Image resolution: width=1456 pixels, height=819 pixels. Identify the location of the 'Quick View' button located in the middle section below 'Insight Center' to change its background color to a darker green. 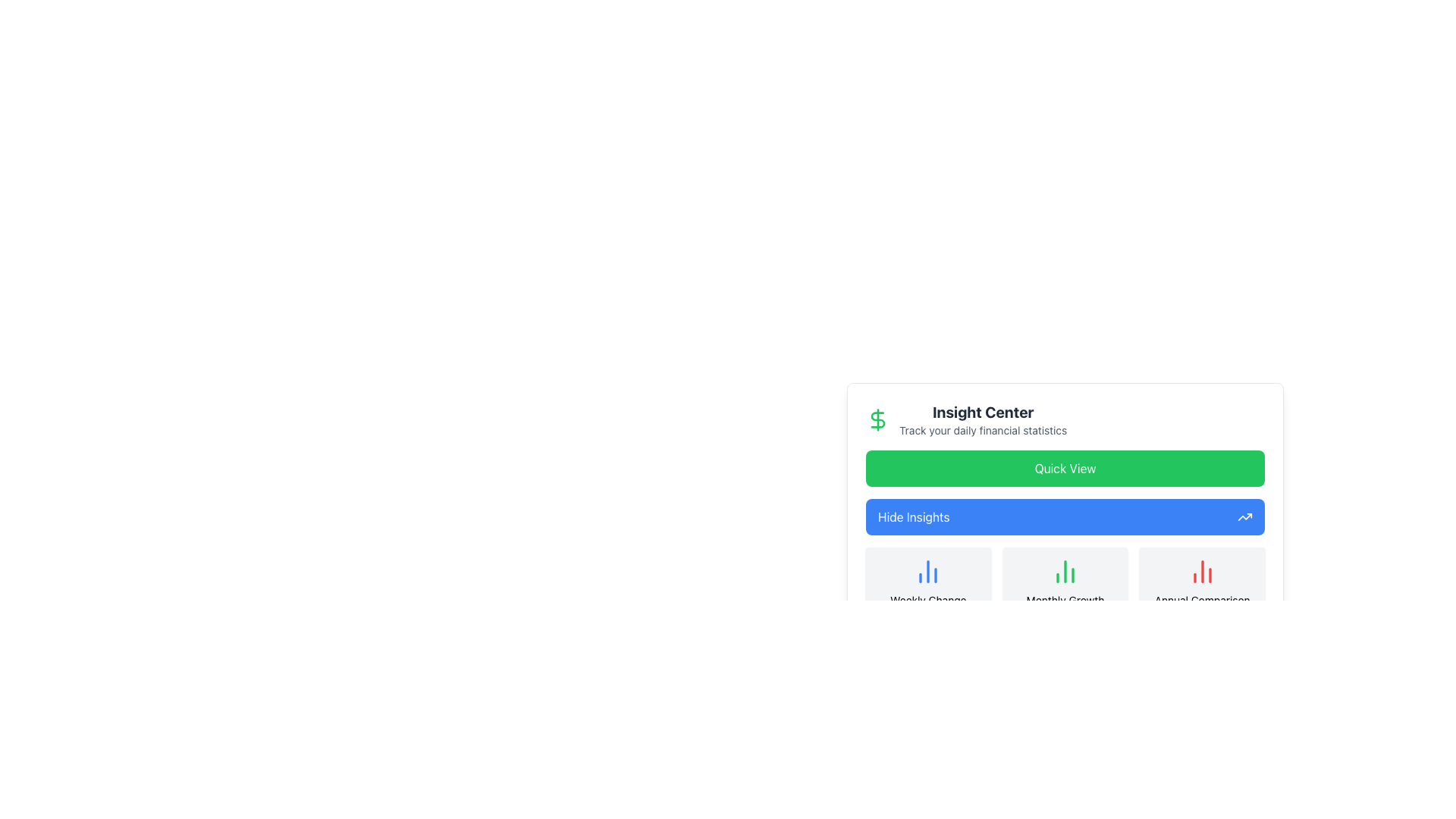
(1065, 467).